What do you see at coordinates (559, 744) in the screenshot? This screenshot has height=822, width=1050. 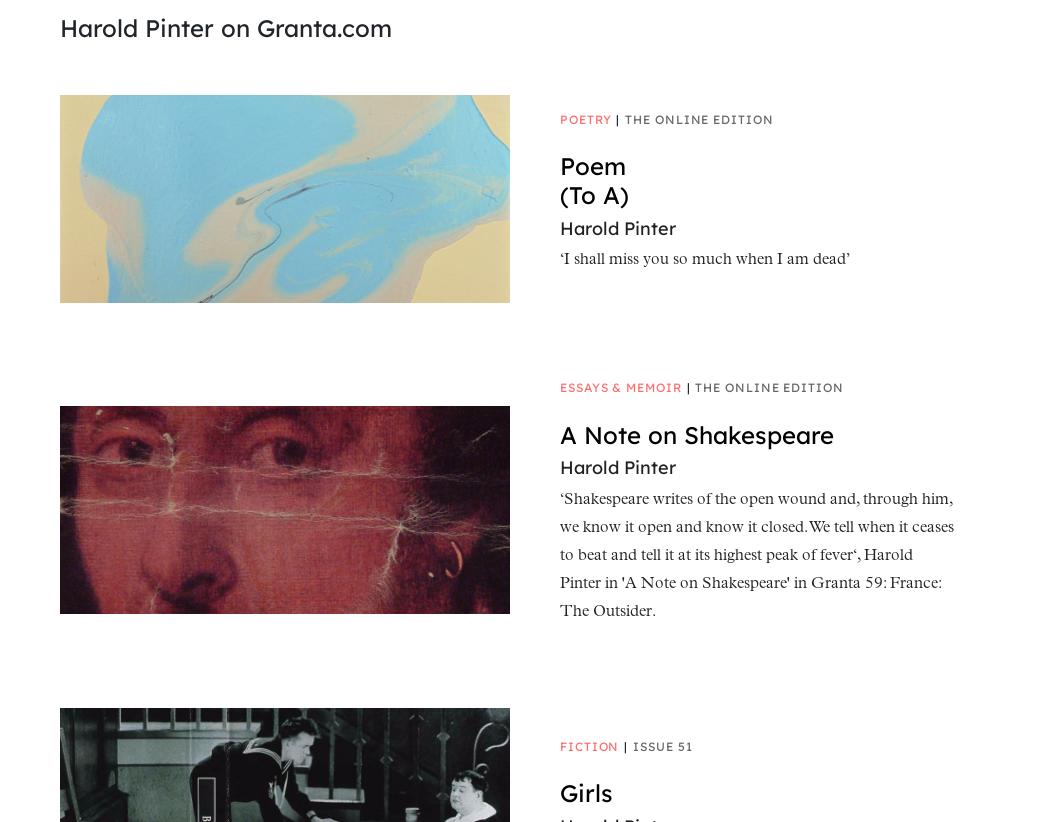 I see `'Fiction'` at bounding box center [559, 744].